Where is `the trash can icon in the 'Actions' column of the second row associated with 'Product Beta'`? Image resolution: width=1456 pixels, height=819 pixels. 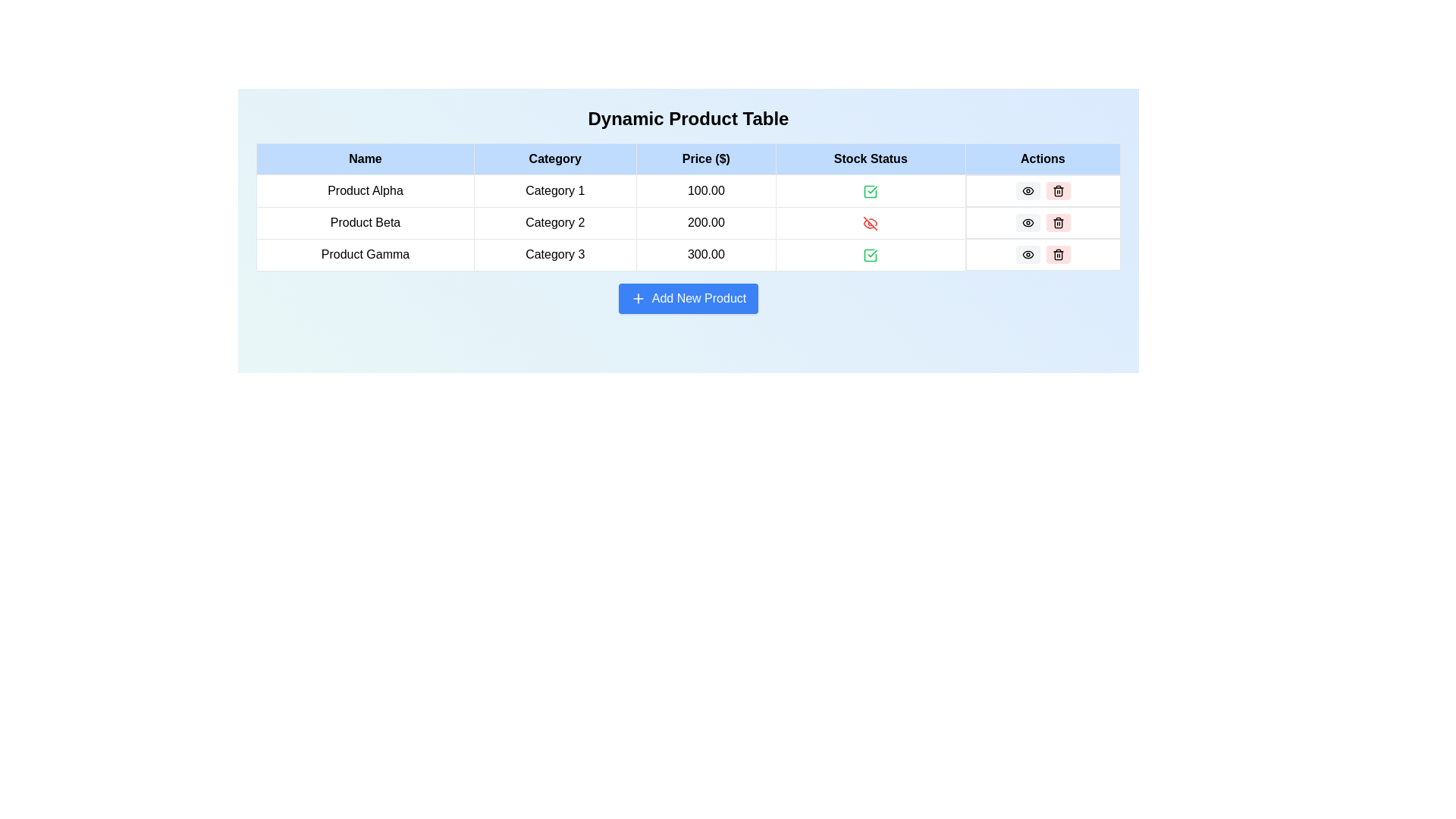 the trash can icon in the 'Actions' column of the second row associated with 'Product Beta' is located at coordinates (1057, 191).